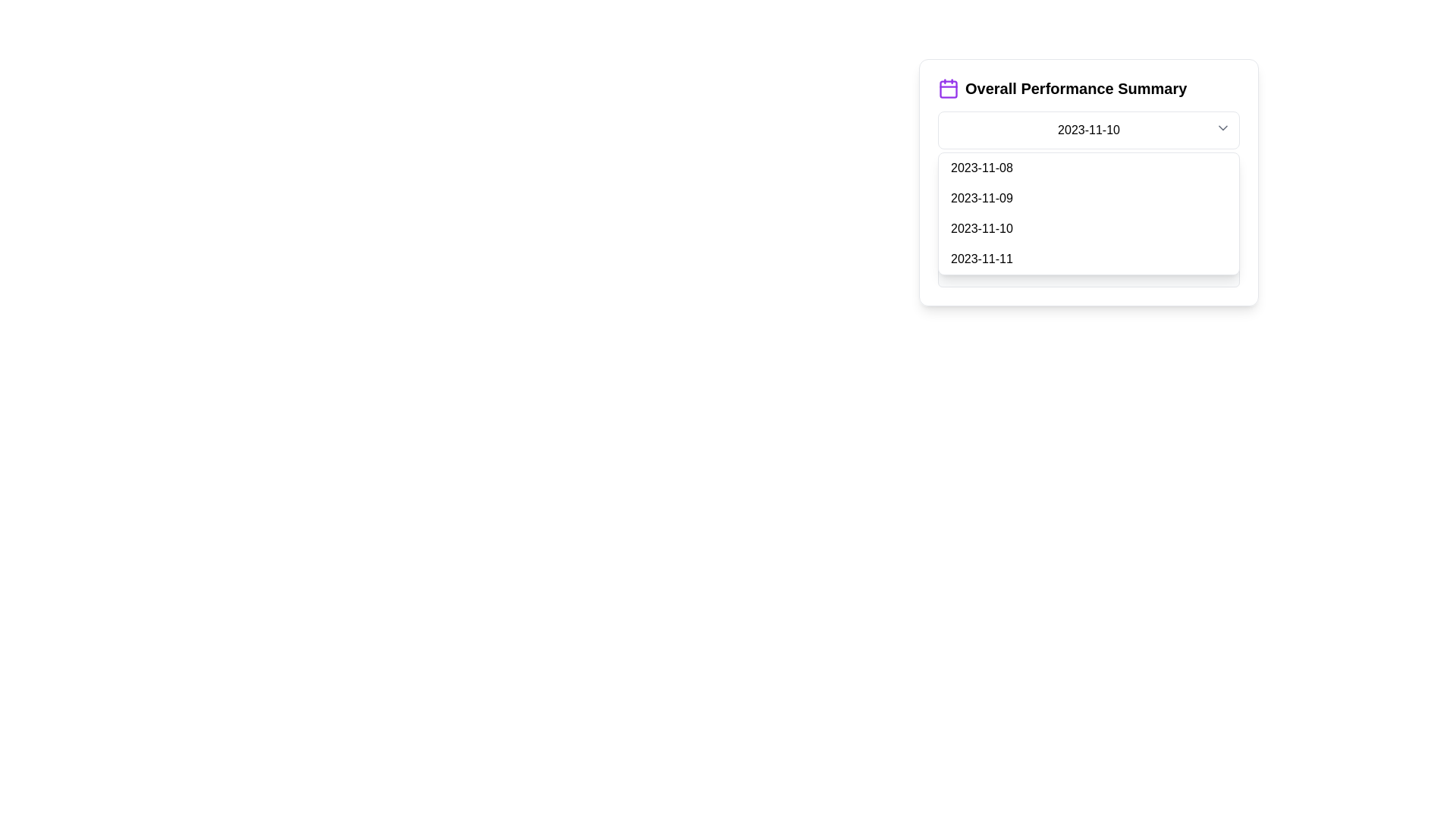 The width and height of the screenshot is (1456, 819). What do you see at coordinates (1087, 168) in the screenshot?
I see `the button displaying '2023-11-08'` at bounding box center [1087, 168].